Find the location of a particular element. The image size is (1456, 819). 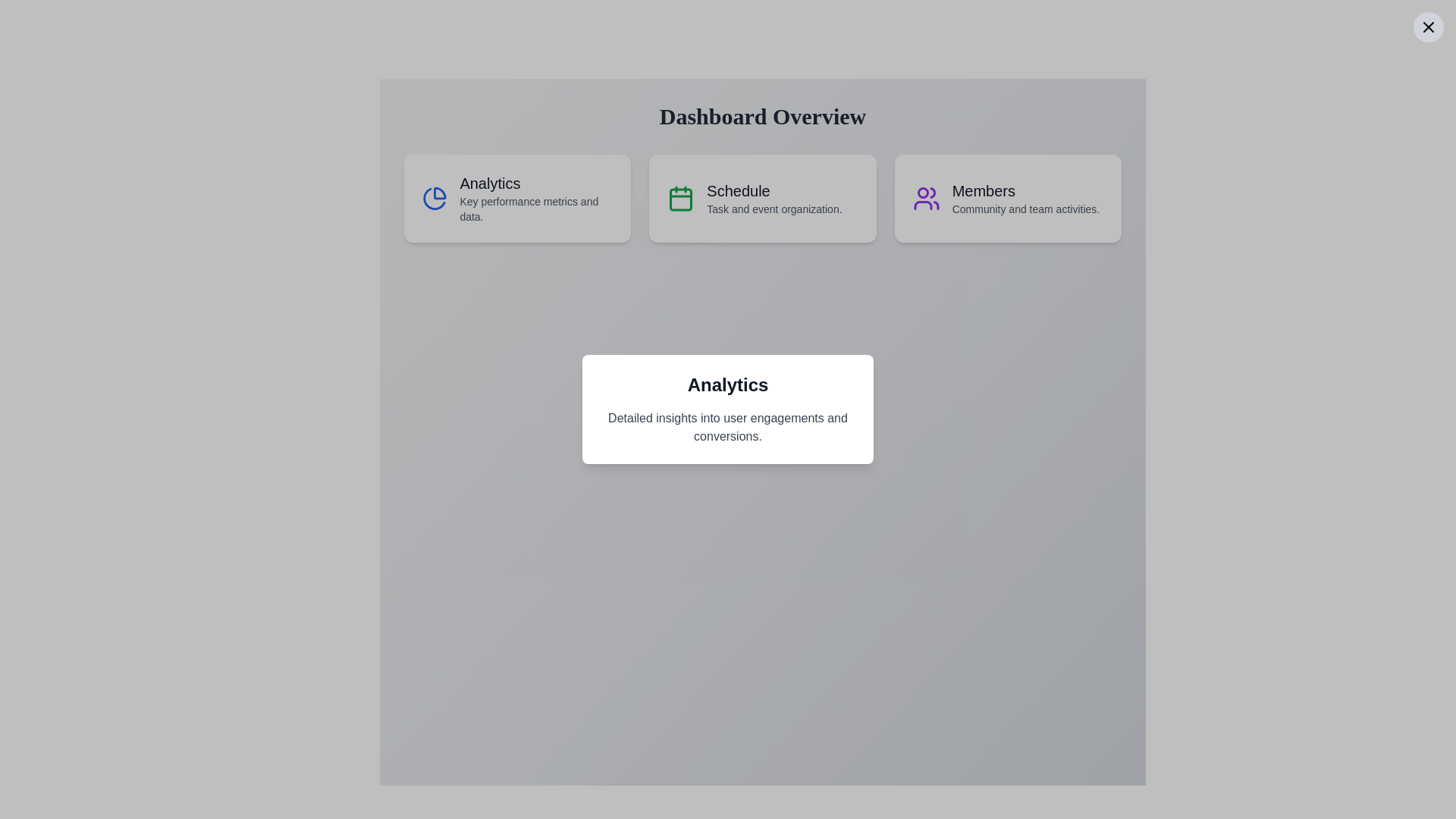

the group of user icons outlined in purple within the 'Members' card in the dashboard overview is located at coordinates (925, 198).